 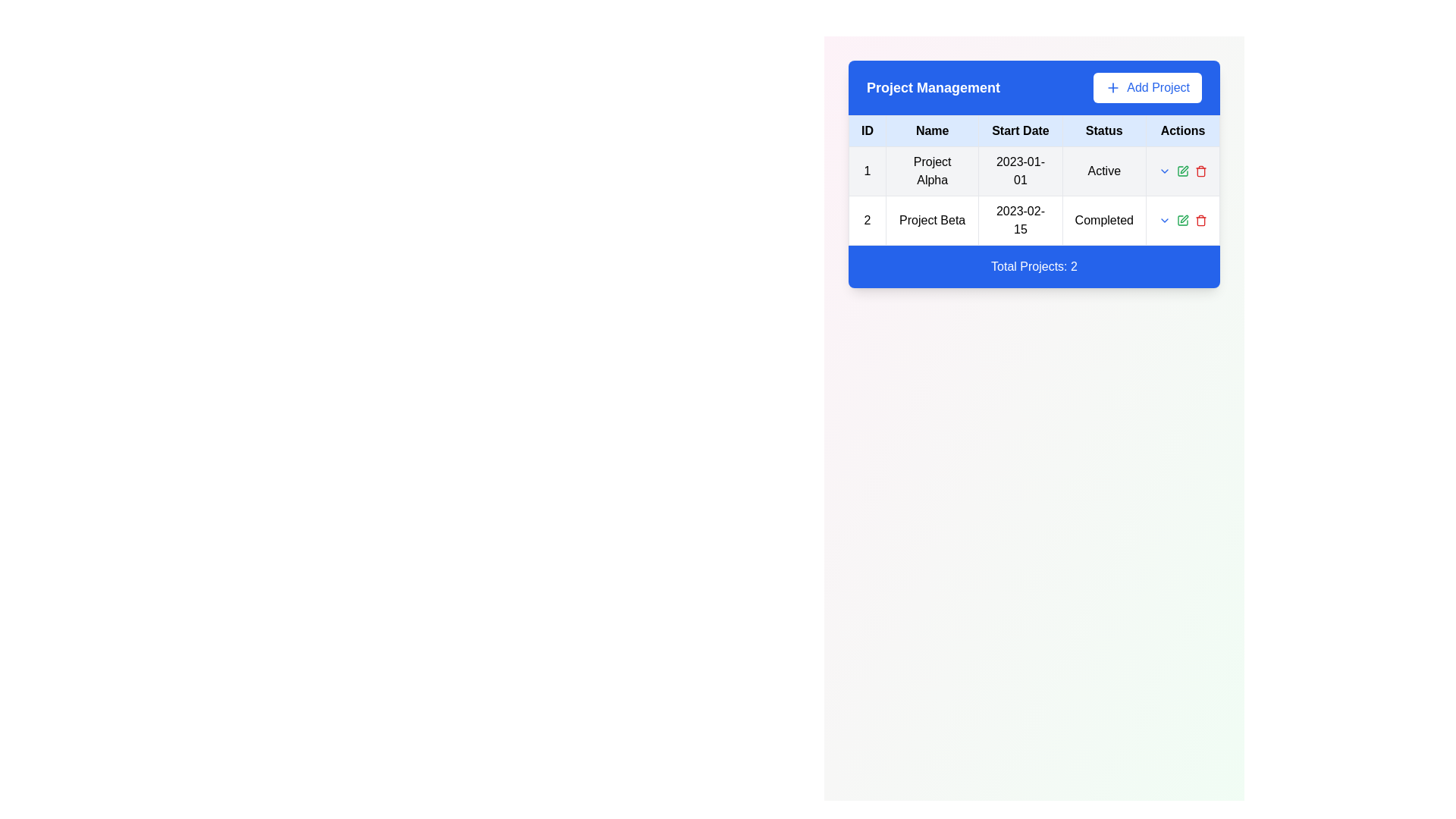 I want to click on text 'Status' from the fourth column header of the table which labels the 'Status' column, so click(x=1104, y=130).